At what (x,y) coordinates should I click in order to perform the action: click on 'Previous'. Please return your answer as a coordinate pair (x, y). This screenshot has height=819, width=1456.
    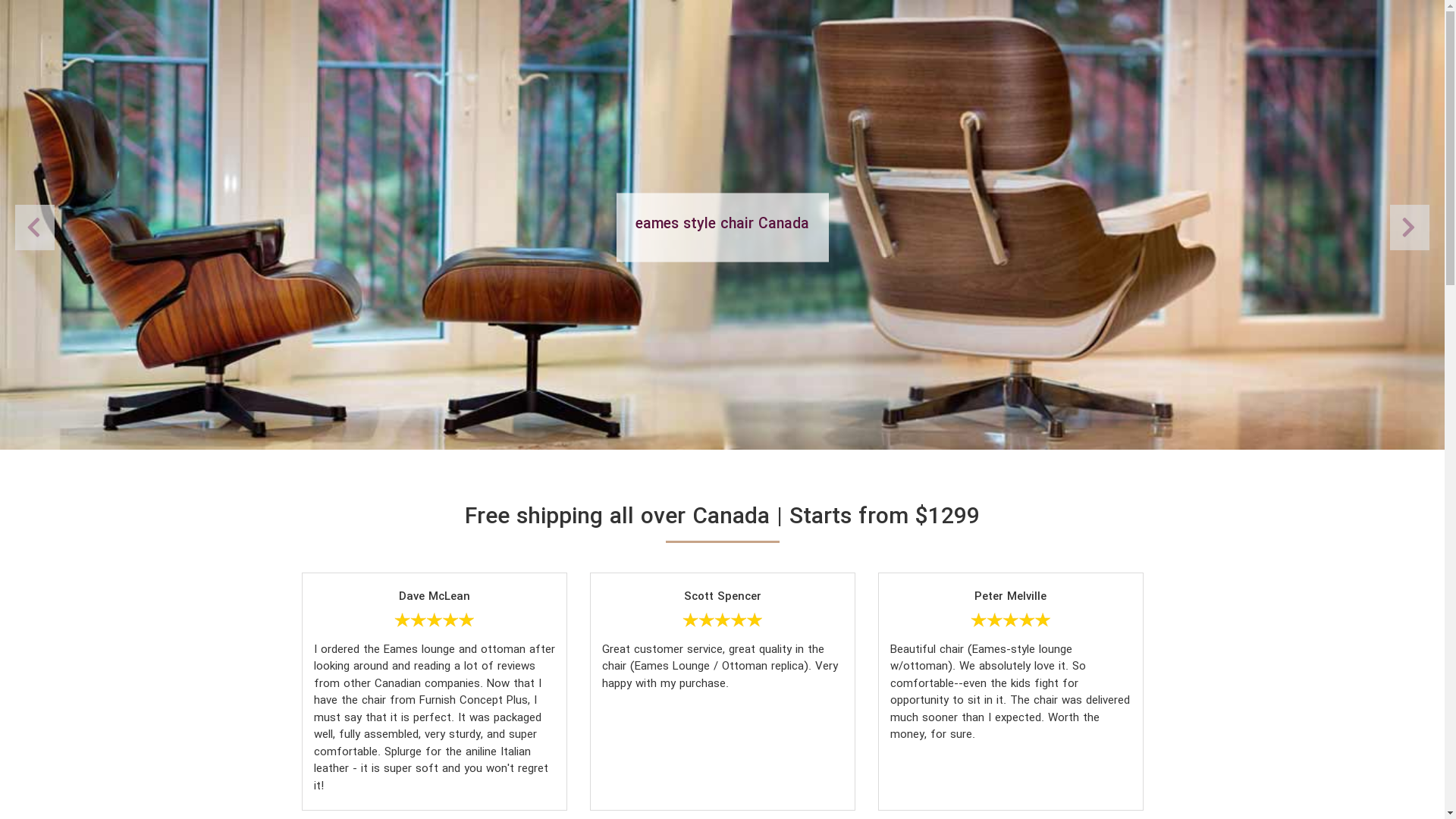
    Looking at the image, I should click on (1408, 227).